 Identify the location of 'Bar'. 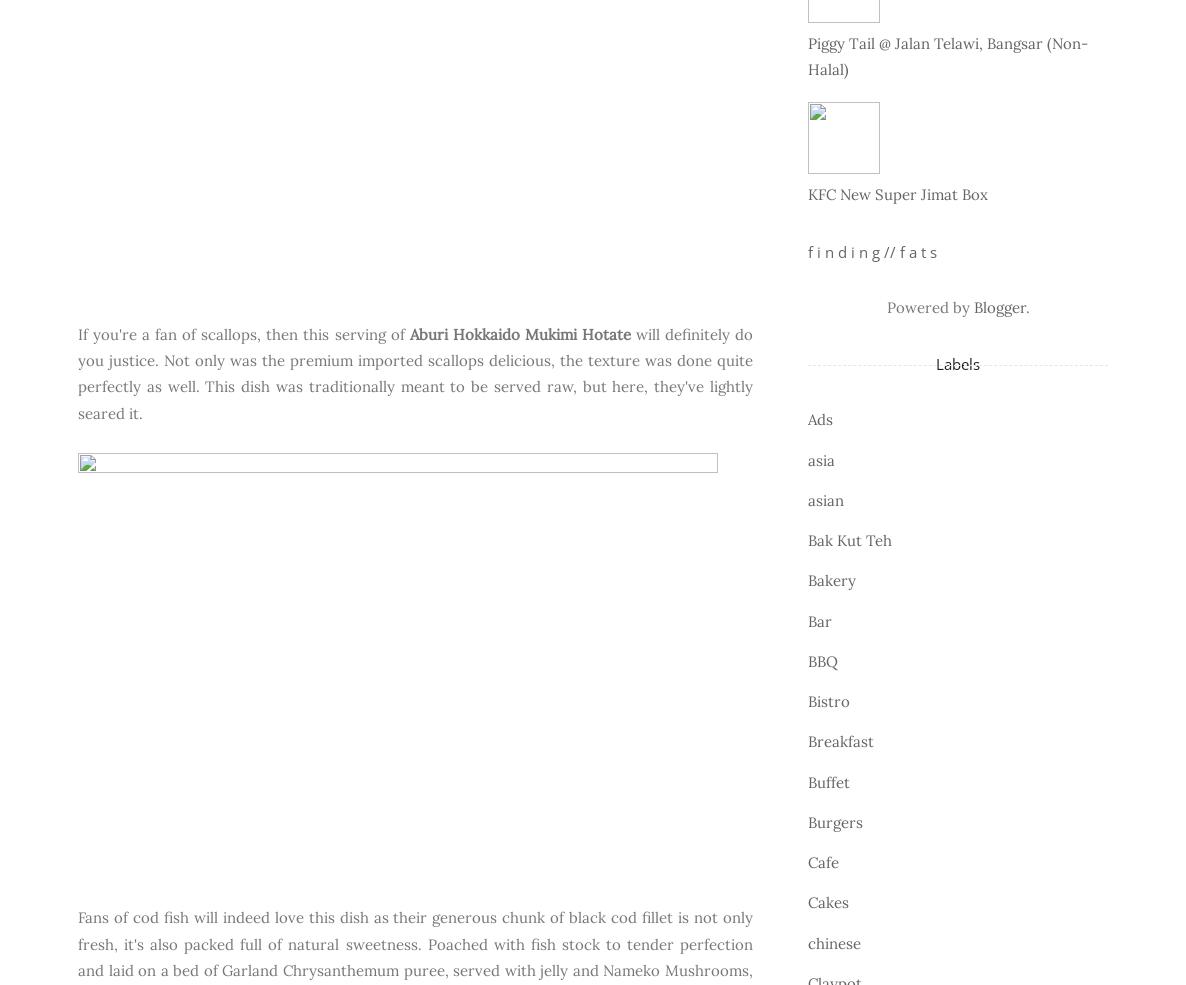
(808, 619).